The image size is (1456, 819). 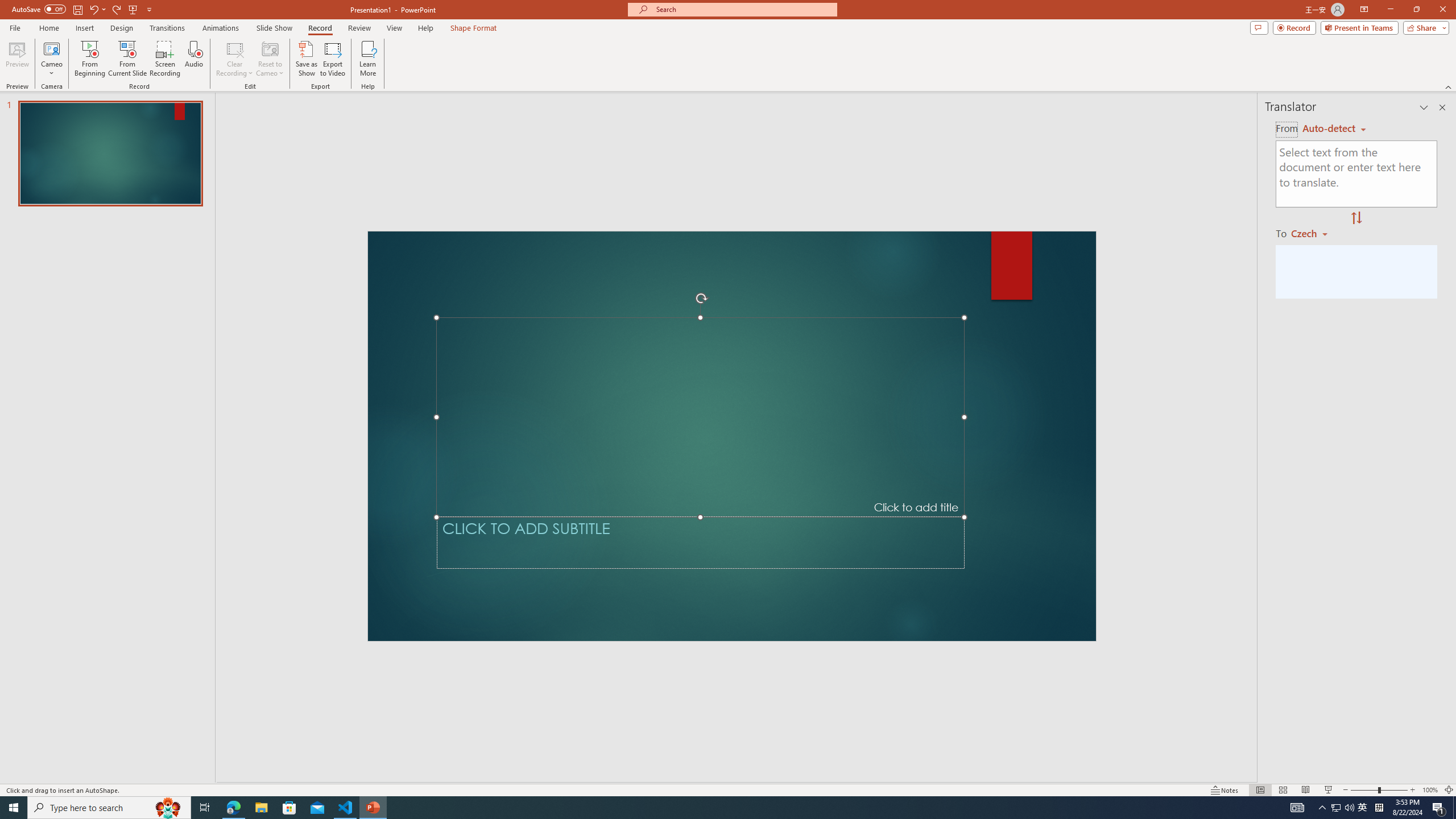 What do you see at coordinates (700, 542) in the screenshot?
I see `'Subtitle TextBox'` at bounding box center [700, 542].